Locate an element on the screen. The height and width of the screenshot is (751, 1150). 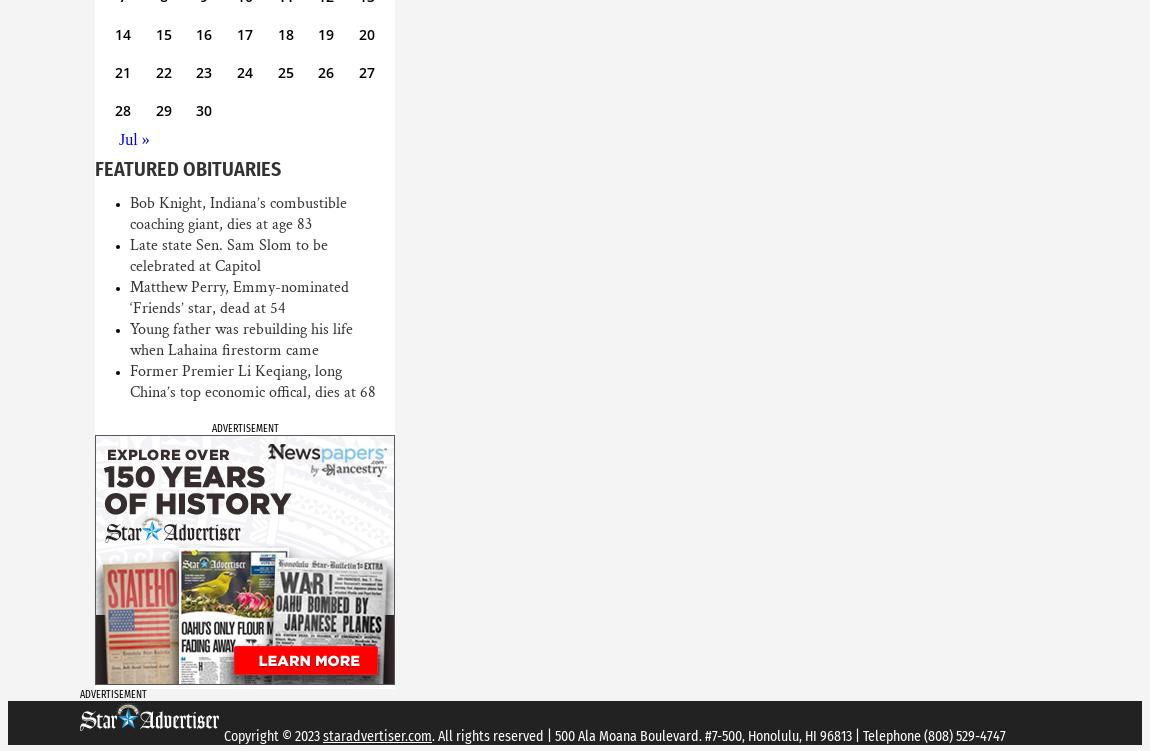
'17' is located at coordinates (243, 34).